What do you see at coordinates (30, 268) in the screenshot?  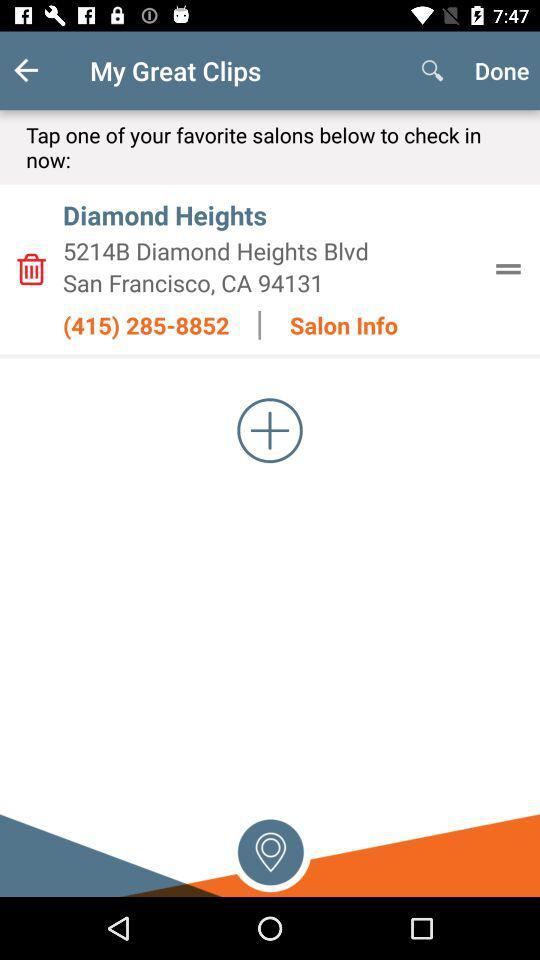 I see `delete information` at bounding box center [30, 268].